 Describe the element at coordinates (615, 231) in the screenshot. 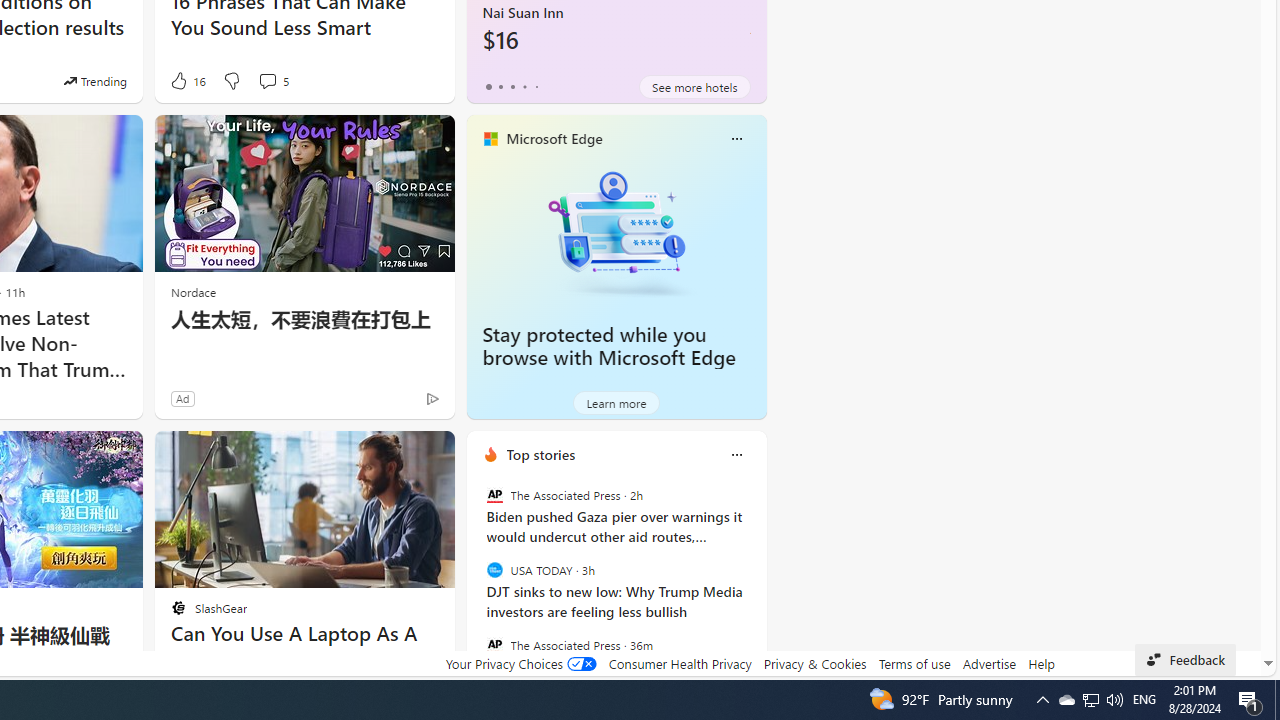

I see `'Stay protected while you browse with Microsoft Edge'` at that location.